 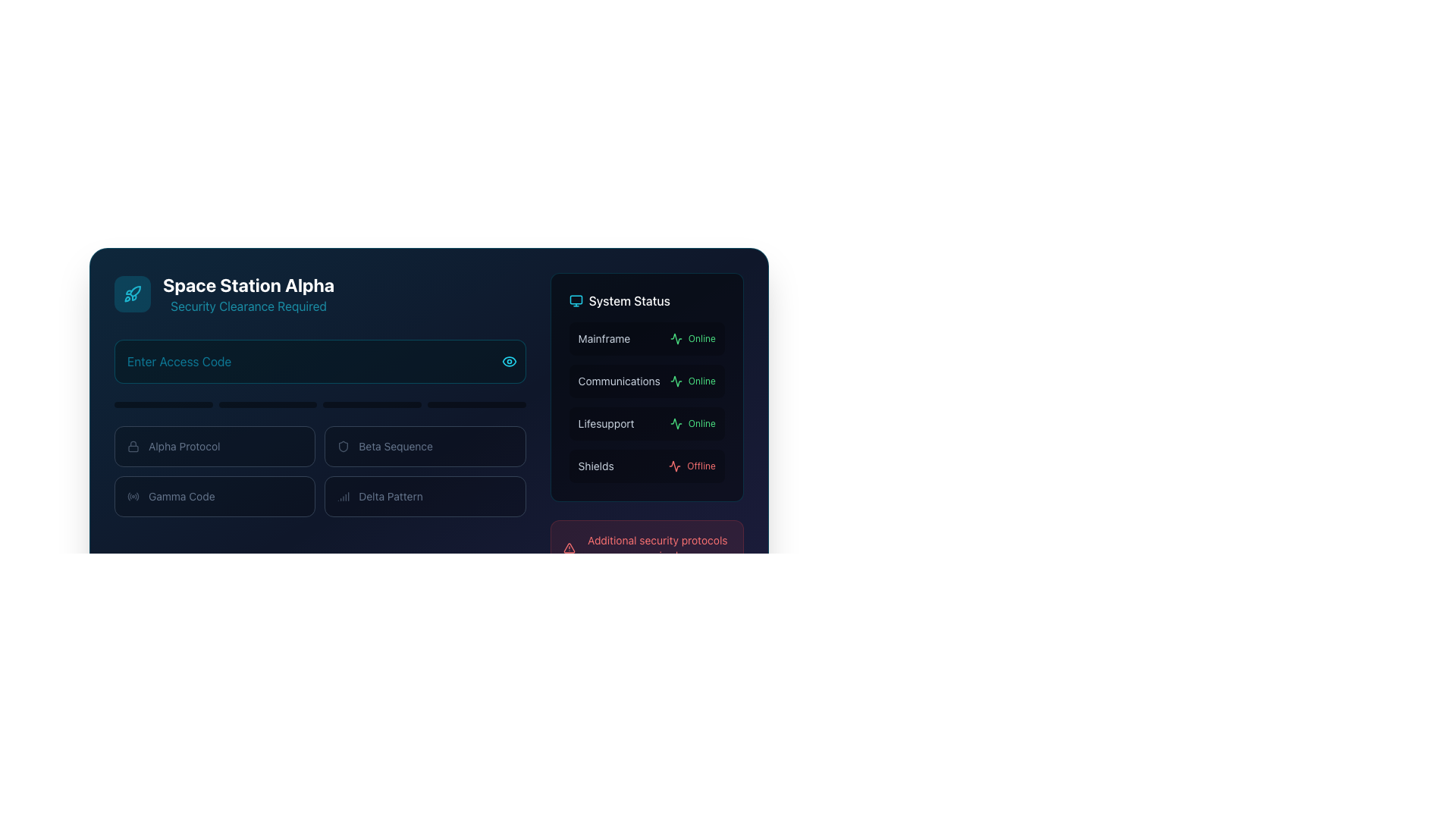 I want to click on the zigzag icon representing the status indicator located to the left of the 'Offline' text in the 'Shields' status entry of the 'System Status' panel, so click(x=674, y=465).